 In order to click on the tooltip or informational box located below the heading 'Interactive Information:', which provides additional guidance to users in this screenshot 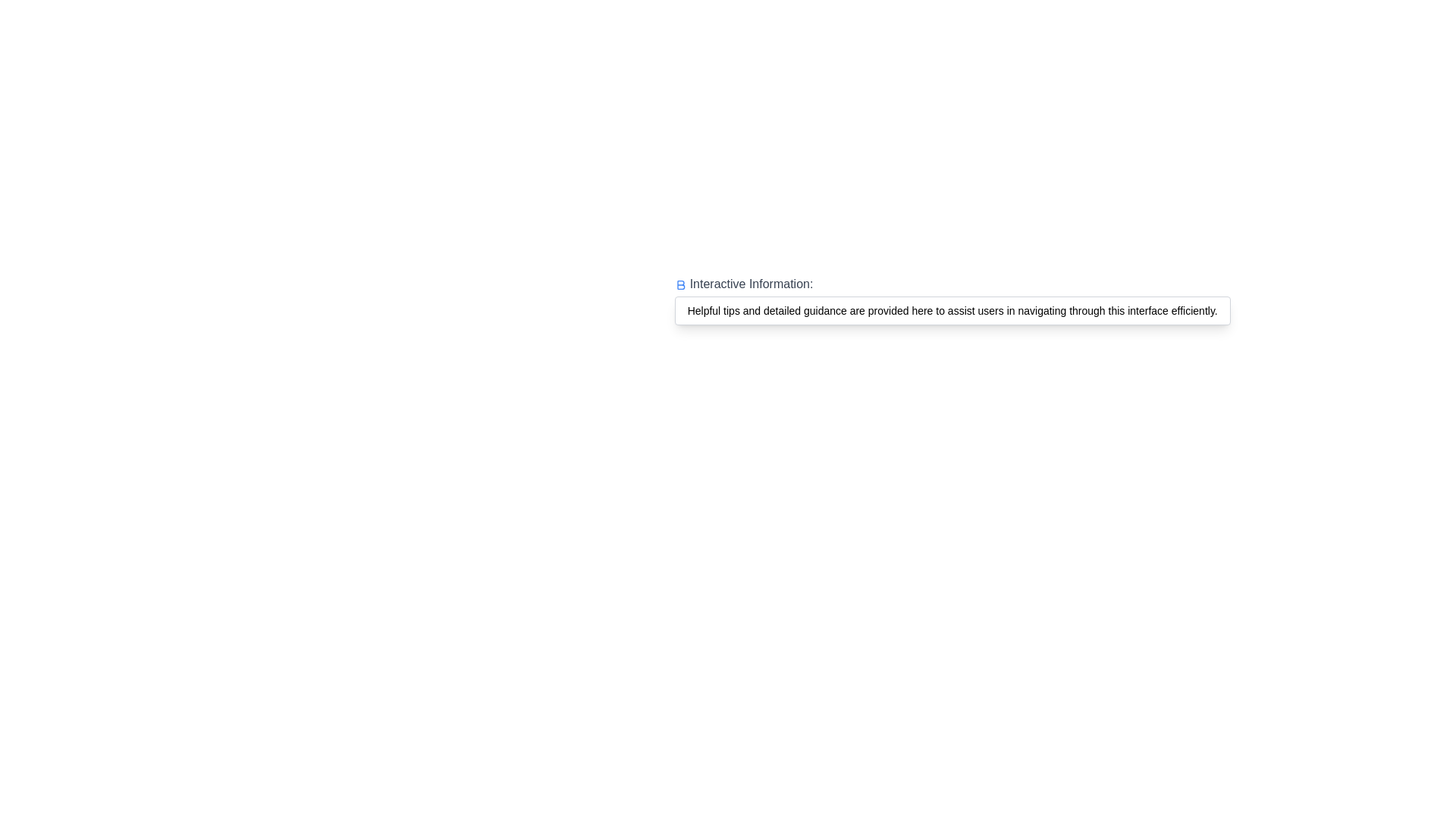, I will do `click(952, 309)`.